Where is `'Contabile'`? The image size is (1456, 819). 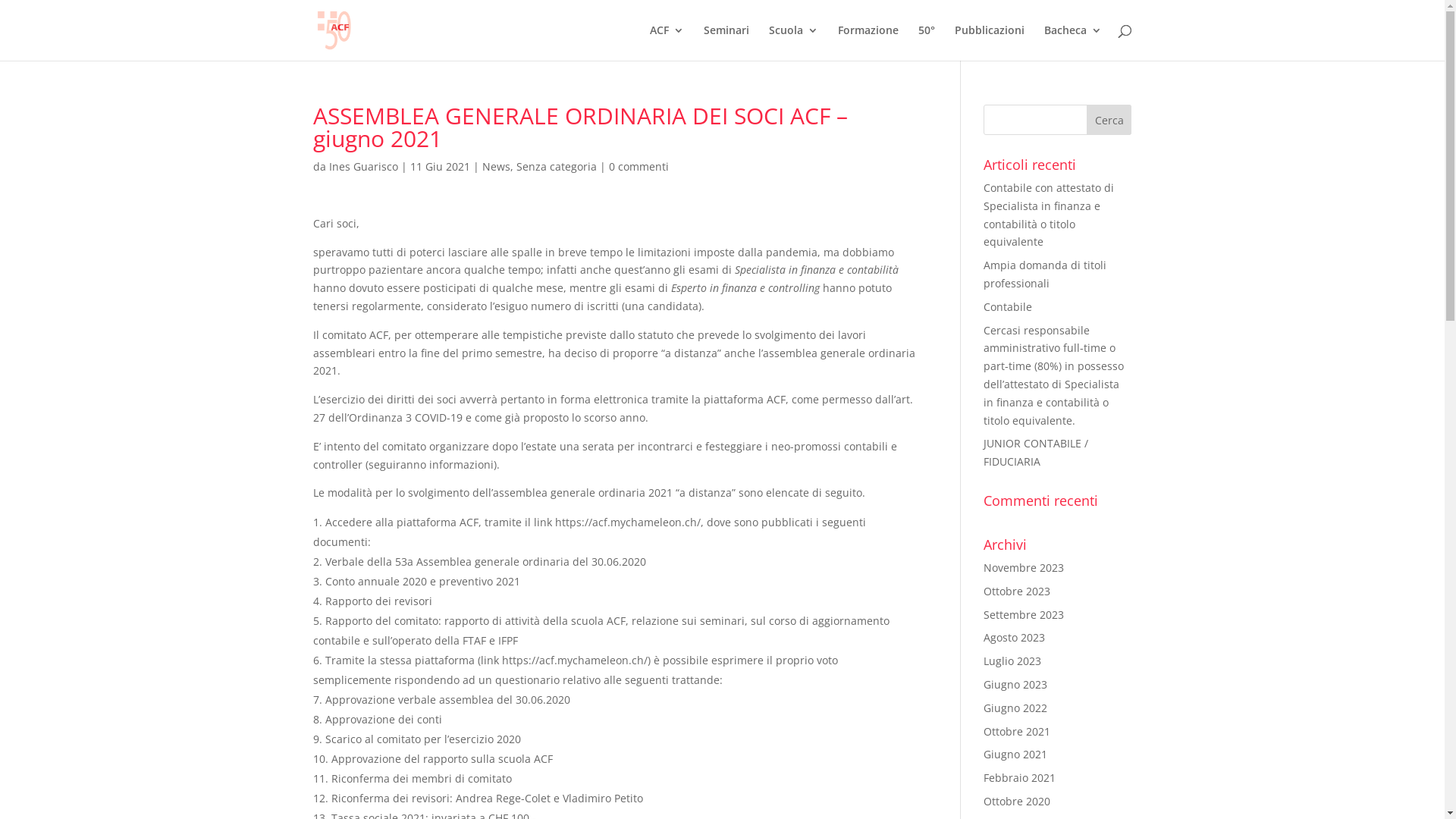
'Contabile' is located at coordinates (1008, 306).